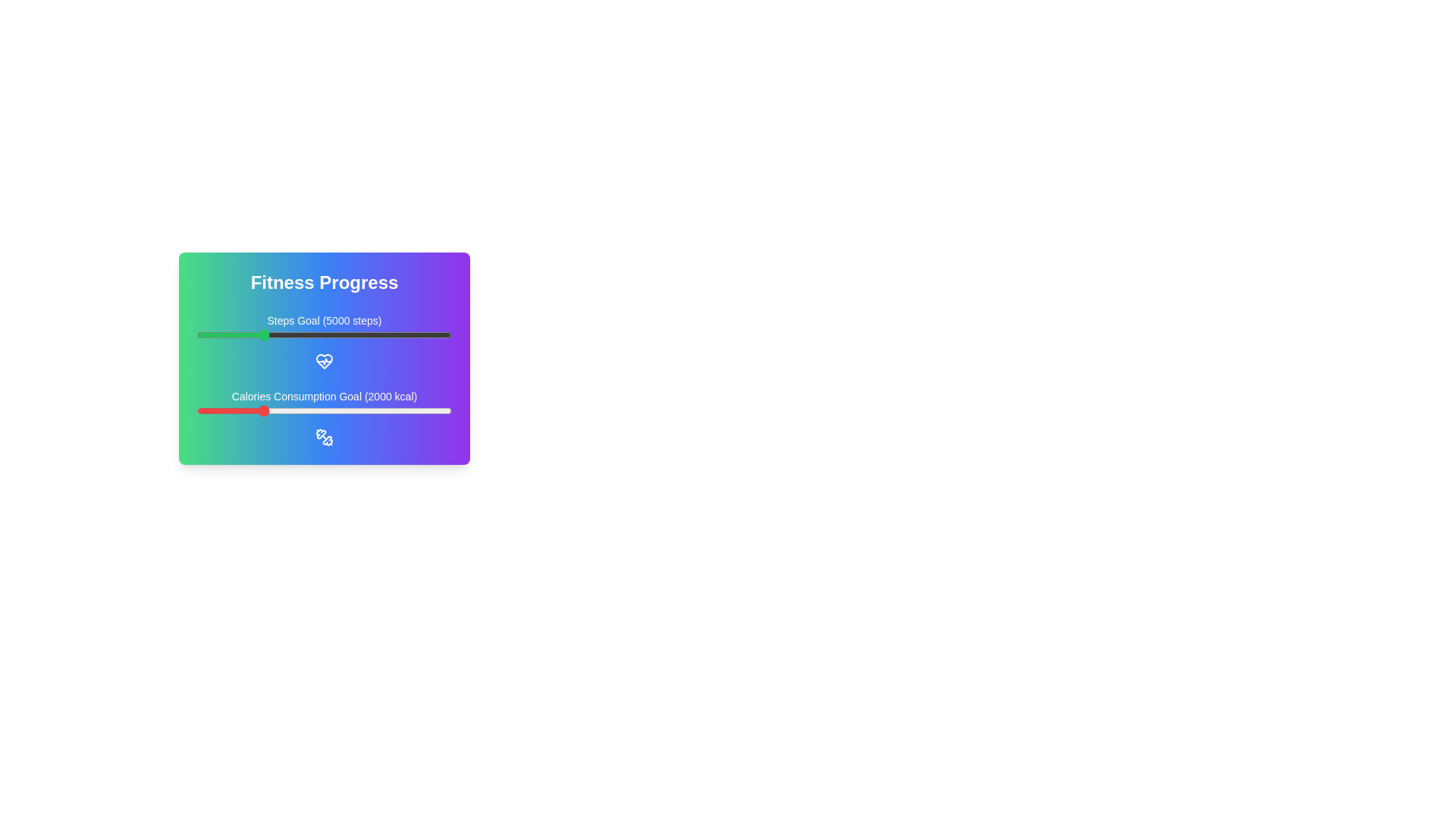 This screenshot has width=1456, height=819. I want to click on the range slider located below the label 'Steps Goal (5000 steps)' to set a value, so click(323, 334).